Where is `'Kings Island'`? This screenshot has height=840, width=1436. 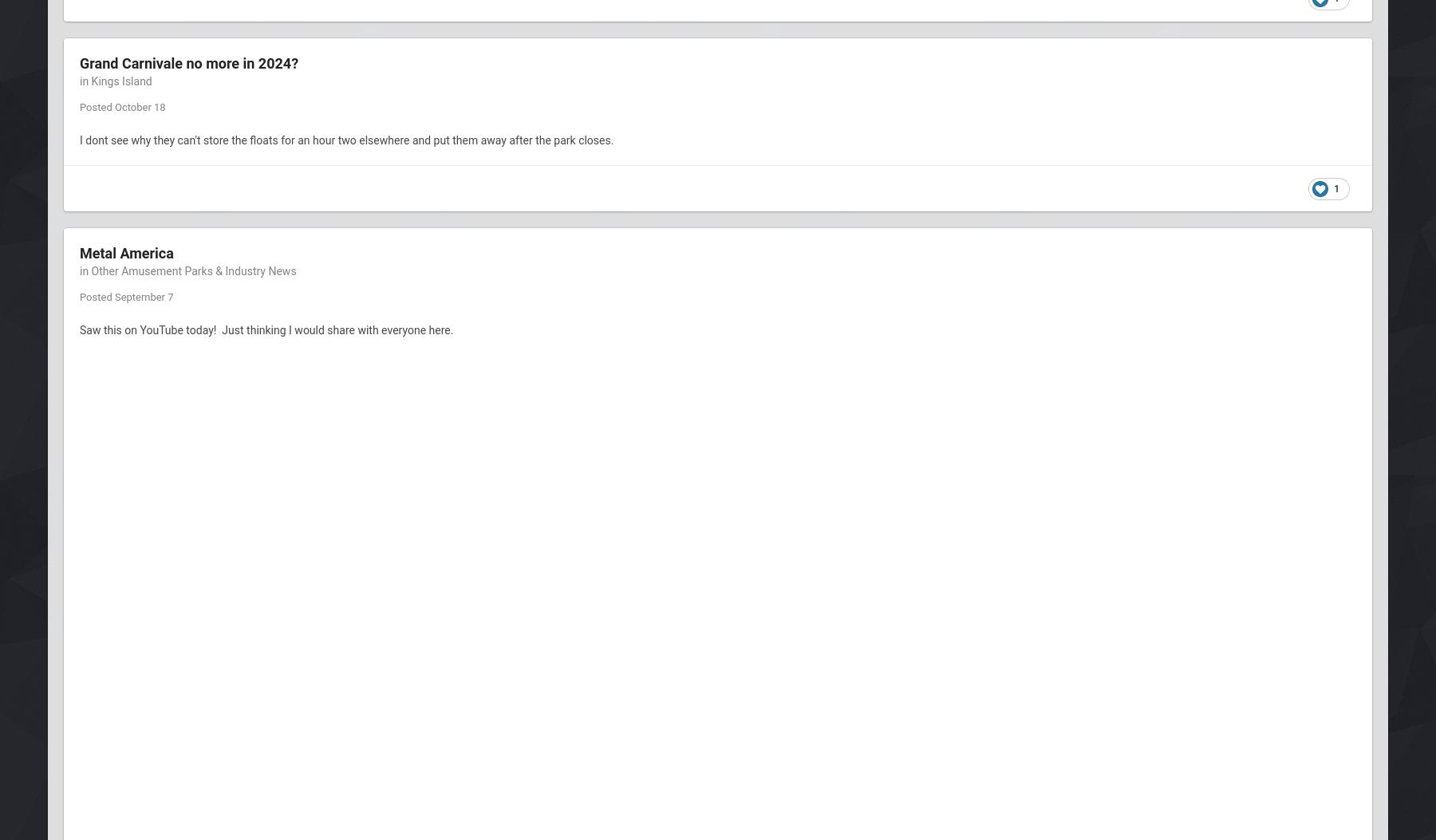
'Kings Island' is located at coordinates (120, 81).